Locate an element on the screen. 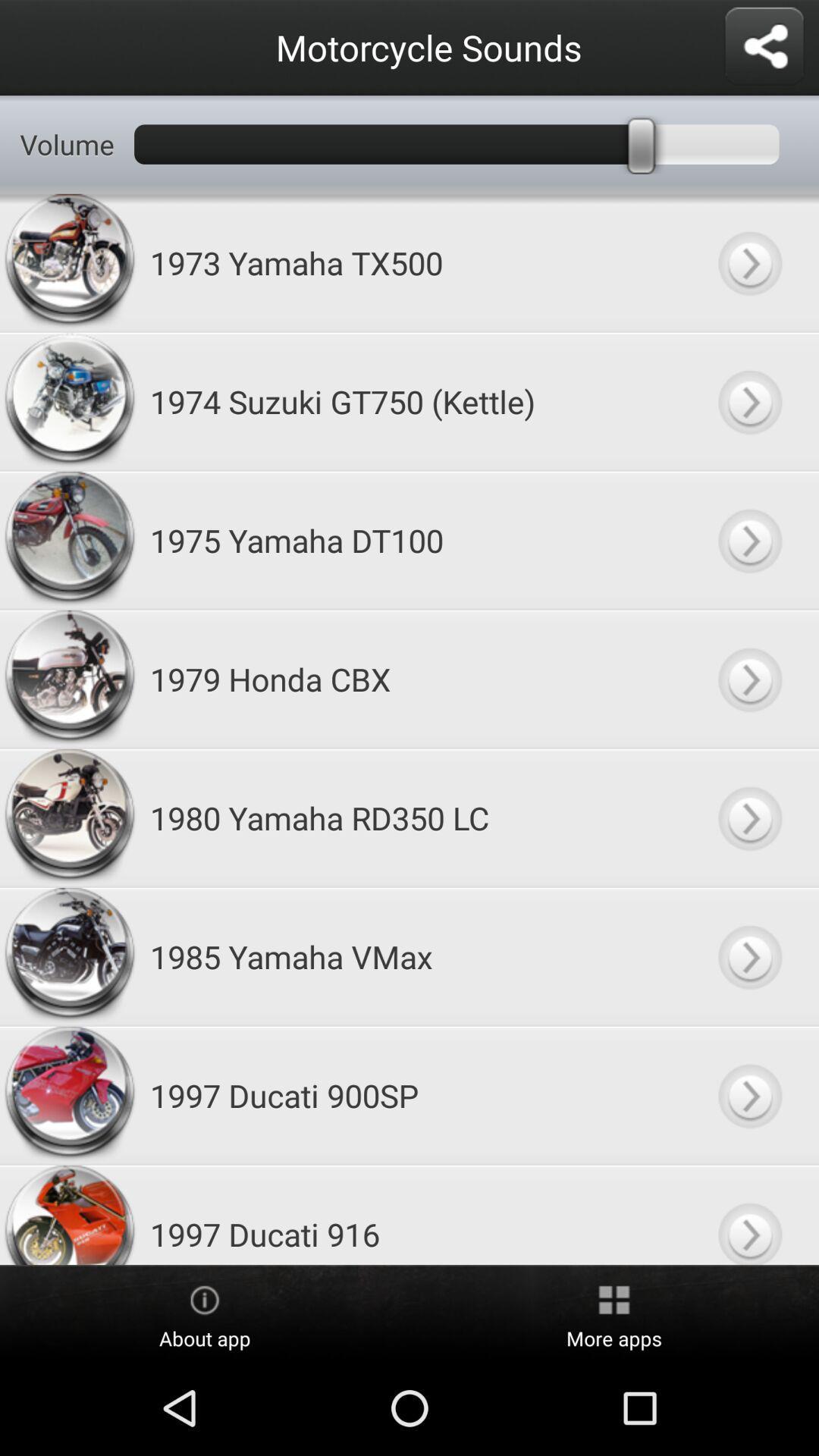 Image resolution: width=819 pixels, height=1456 pixels. next 1974 suzuki is located at coordinates (748, 401).